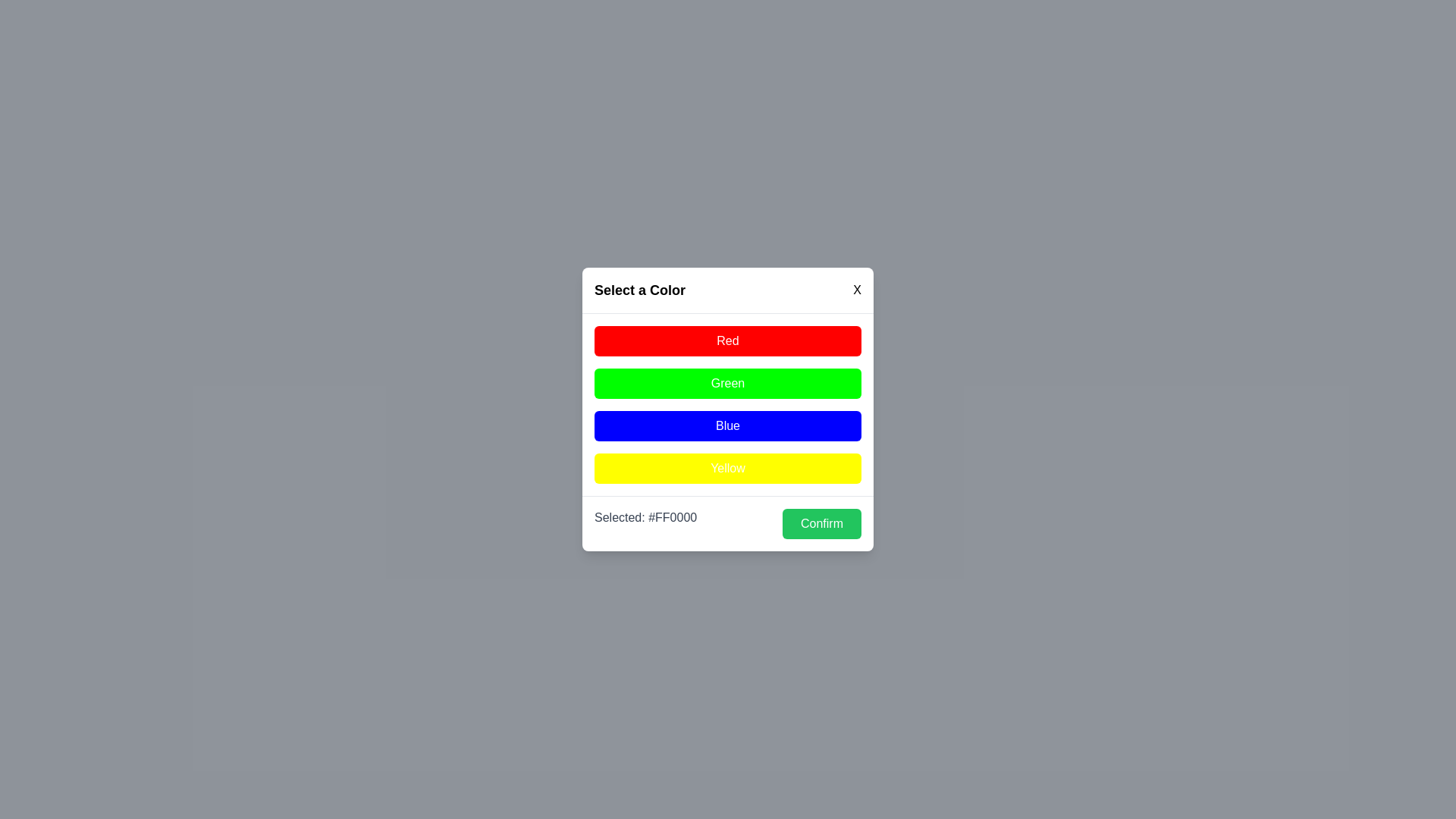  What do you see at coordinates (728, 426) in the screenshot?
I see `the Blue button to select the corresponding color` at bounding box center [728, 426].